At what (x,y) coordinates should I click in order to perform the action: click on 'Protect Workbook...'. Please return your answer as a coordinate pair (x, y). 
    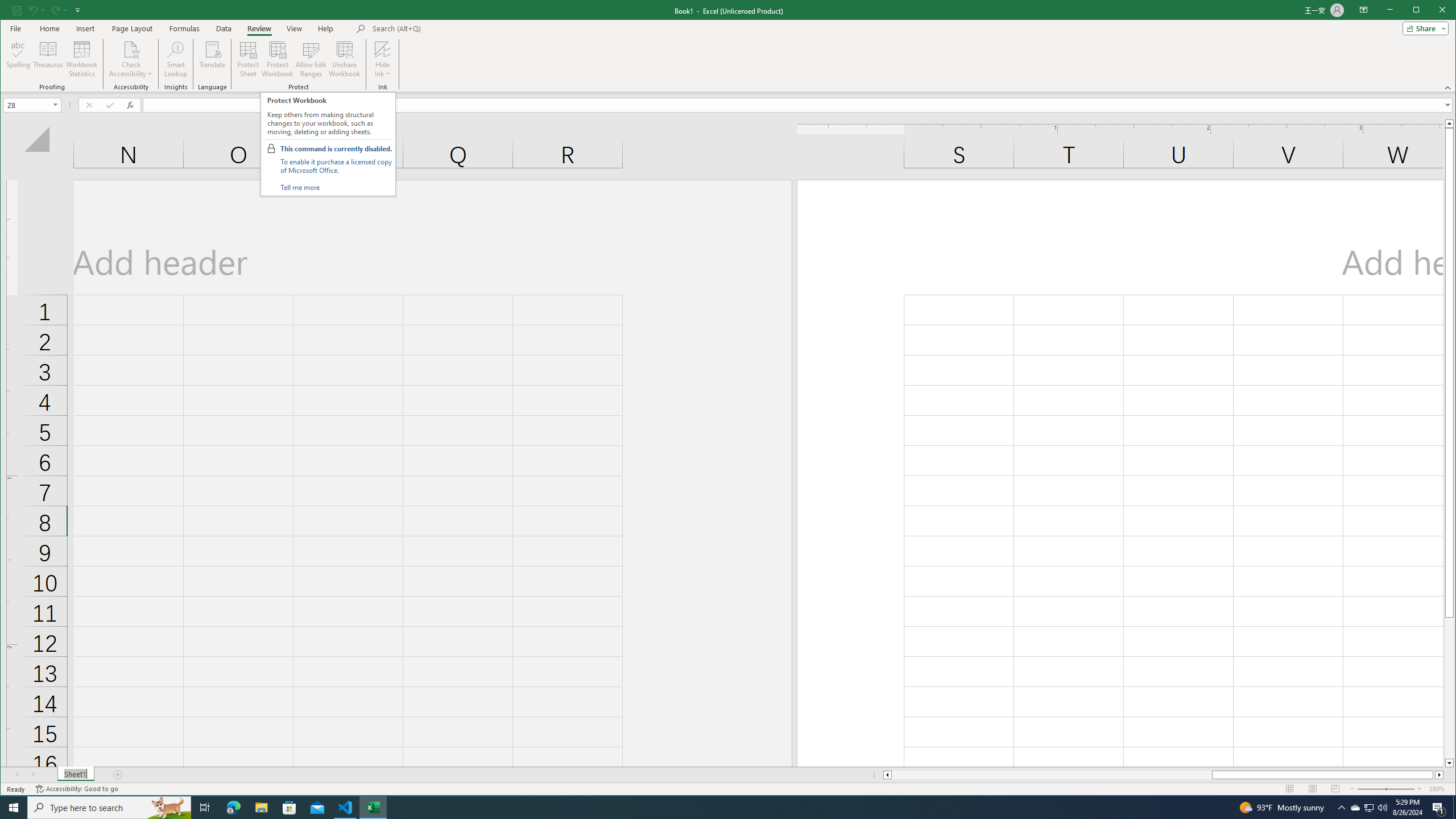
    Looking at the image, I should click on (276, 59).